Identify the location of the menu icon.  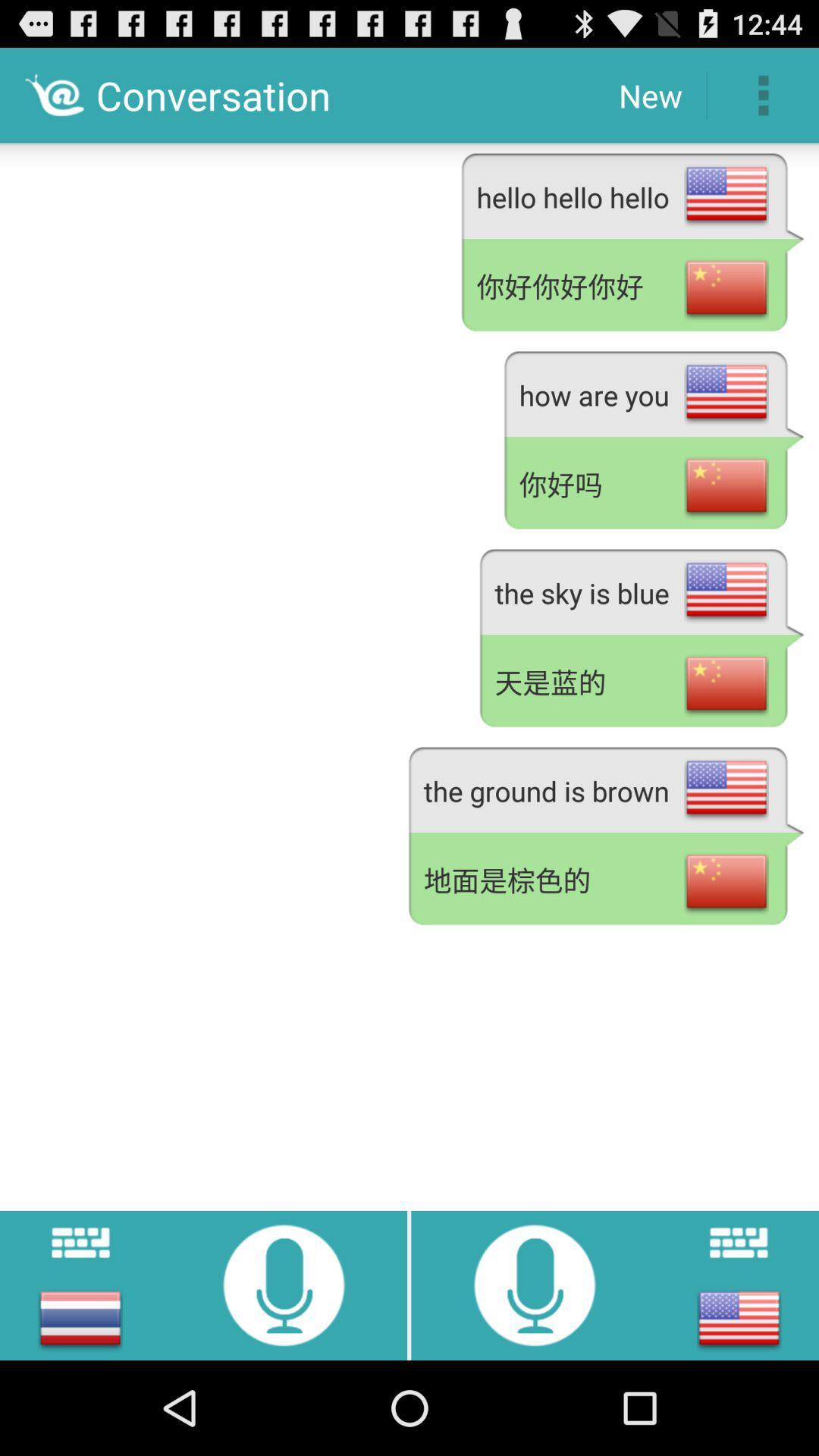
(80, 1410).